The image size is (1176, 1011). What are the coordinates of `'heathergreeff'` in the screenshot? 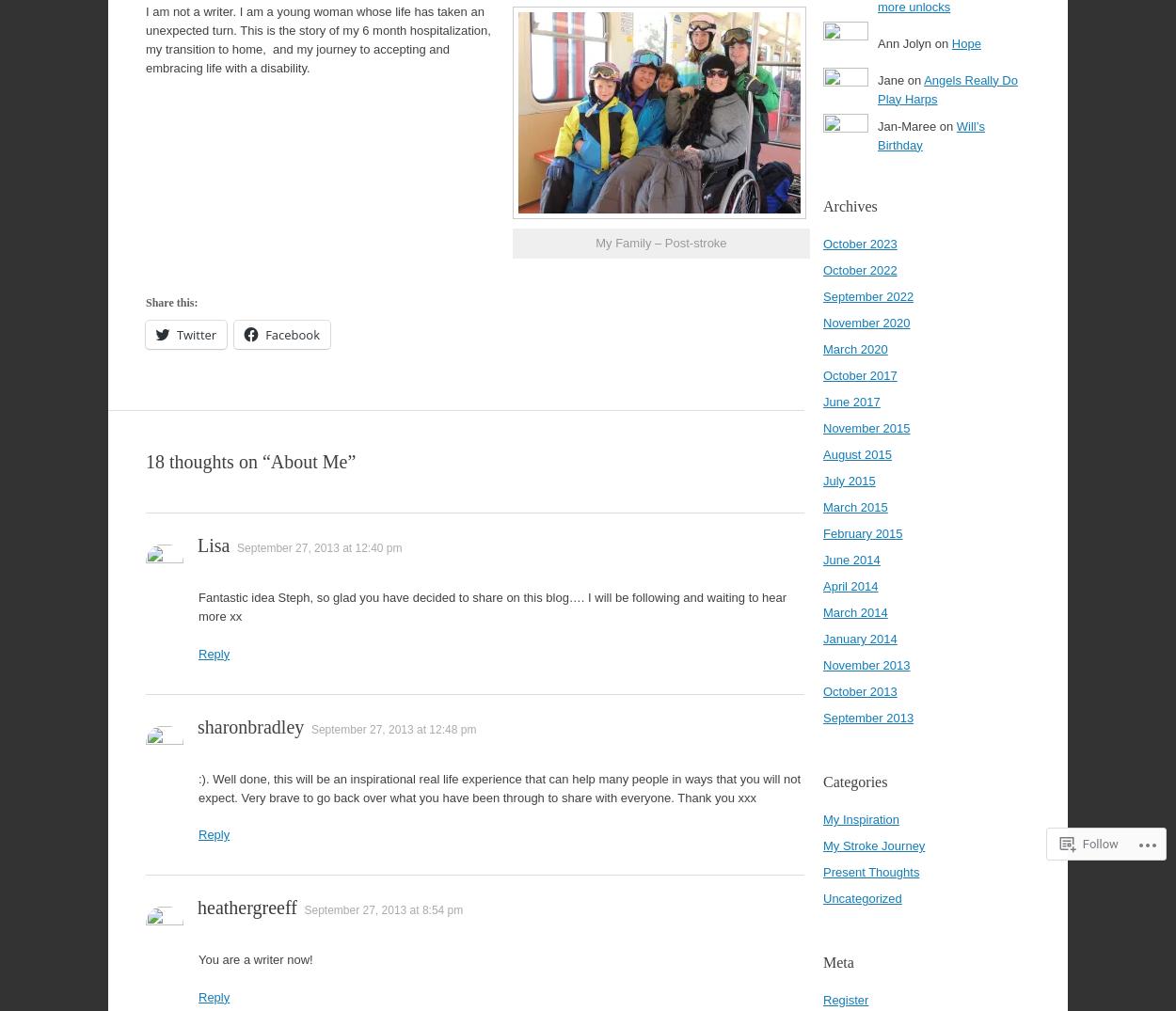 It's located at (246, 908).